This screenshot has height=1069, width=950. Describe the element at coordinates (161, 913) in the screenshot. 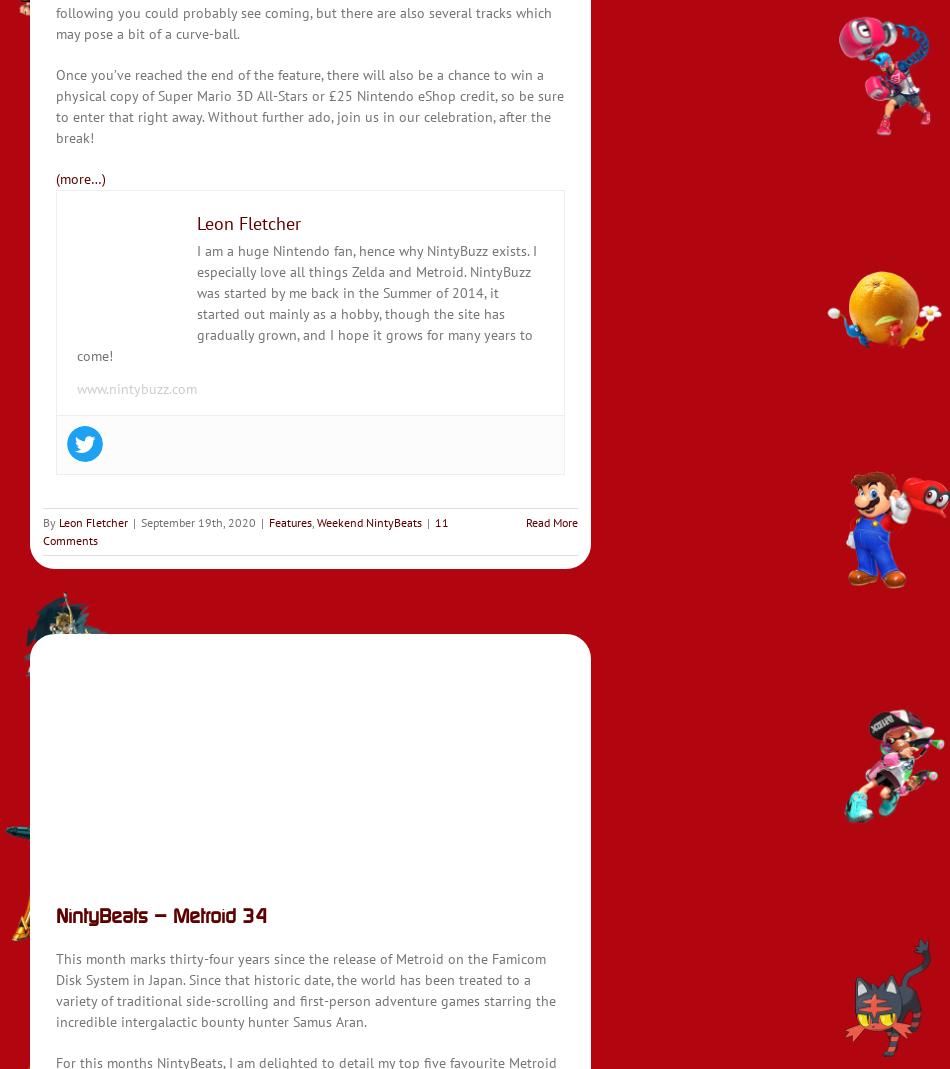

I see `'NintyBeats – Metroid 34'` at that location.